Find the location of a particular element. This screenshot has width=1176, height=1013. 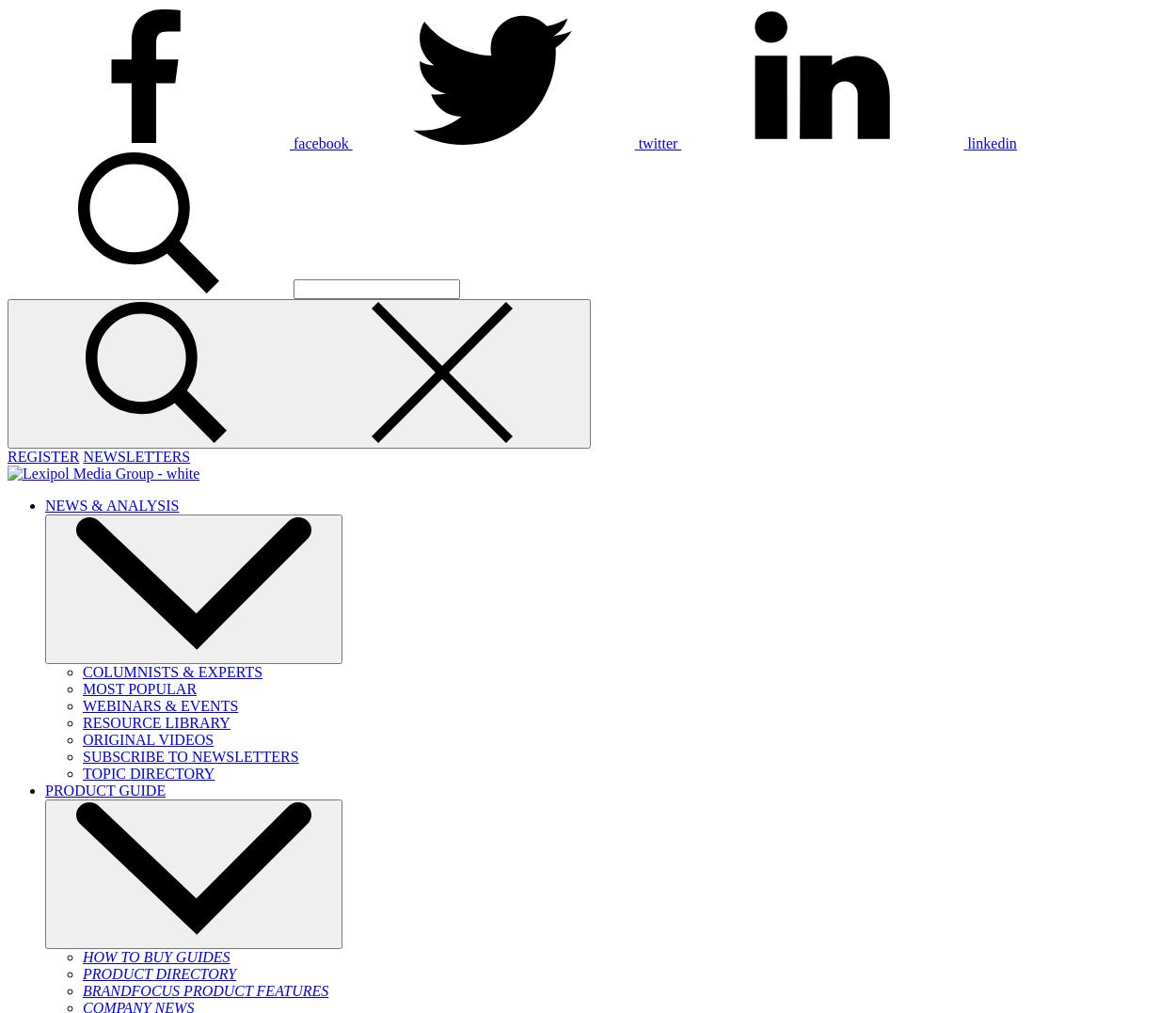

'BRANDFOCUS PRODUCT FEATURES' is located at coordinates (204, 990).